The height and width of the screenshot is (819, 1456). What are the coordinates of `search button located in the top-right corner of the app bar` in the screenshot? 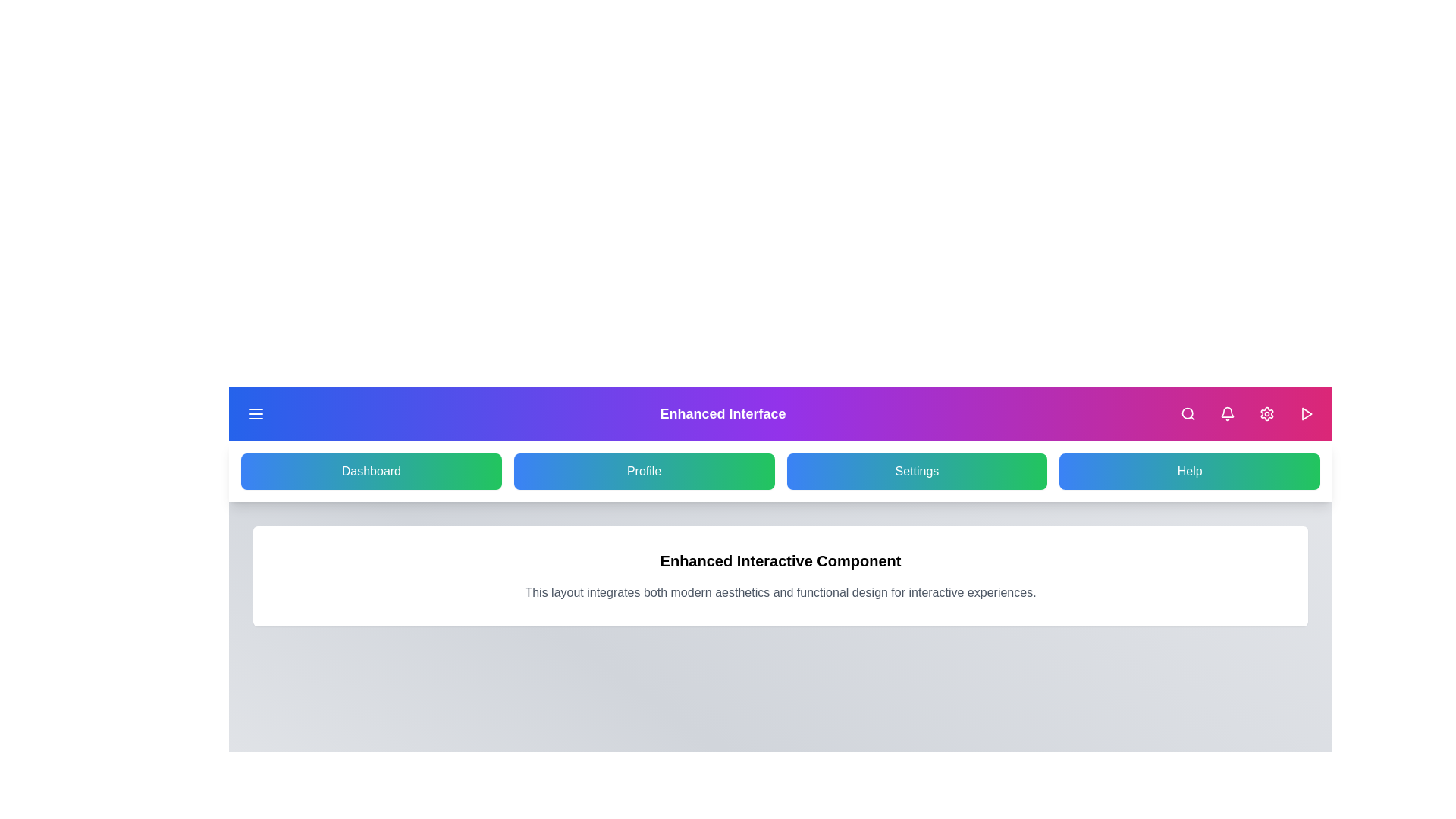 It's located at (1187, 414).